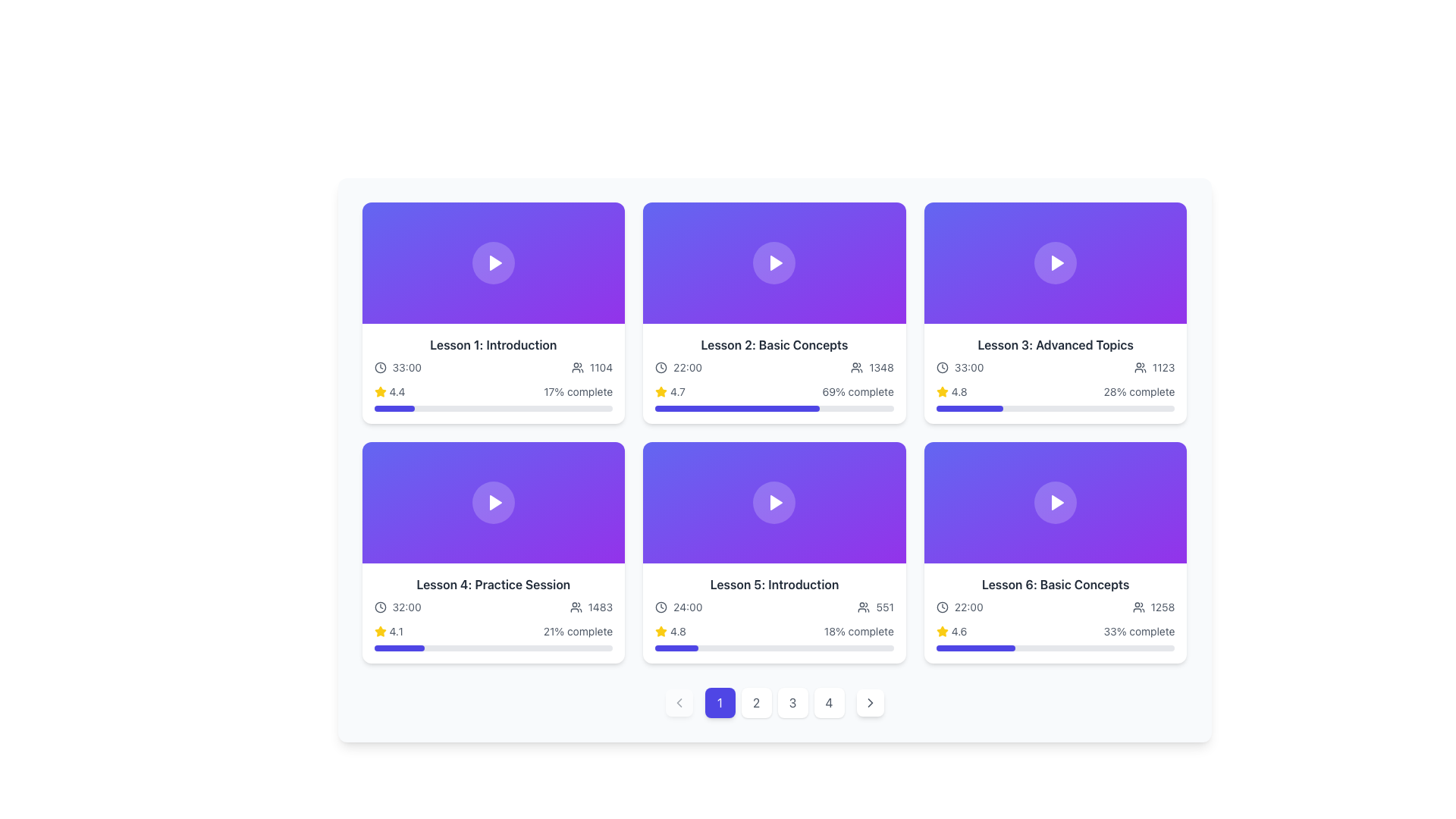  I want to click on the Text label indicating the number of users associated with 'Lesson 1: Introduction', located near the right side of the user statistics area, immediately to the right of the user accounts icon, so click(600, 368).